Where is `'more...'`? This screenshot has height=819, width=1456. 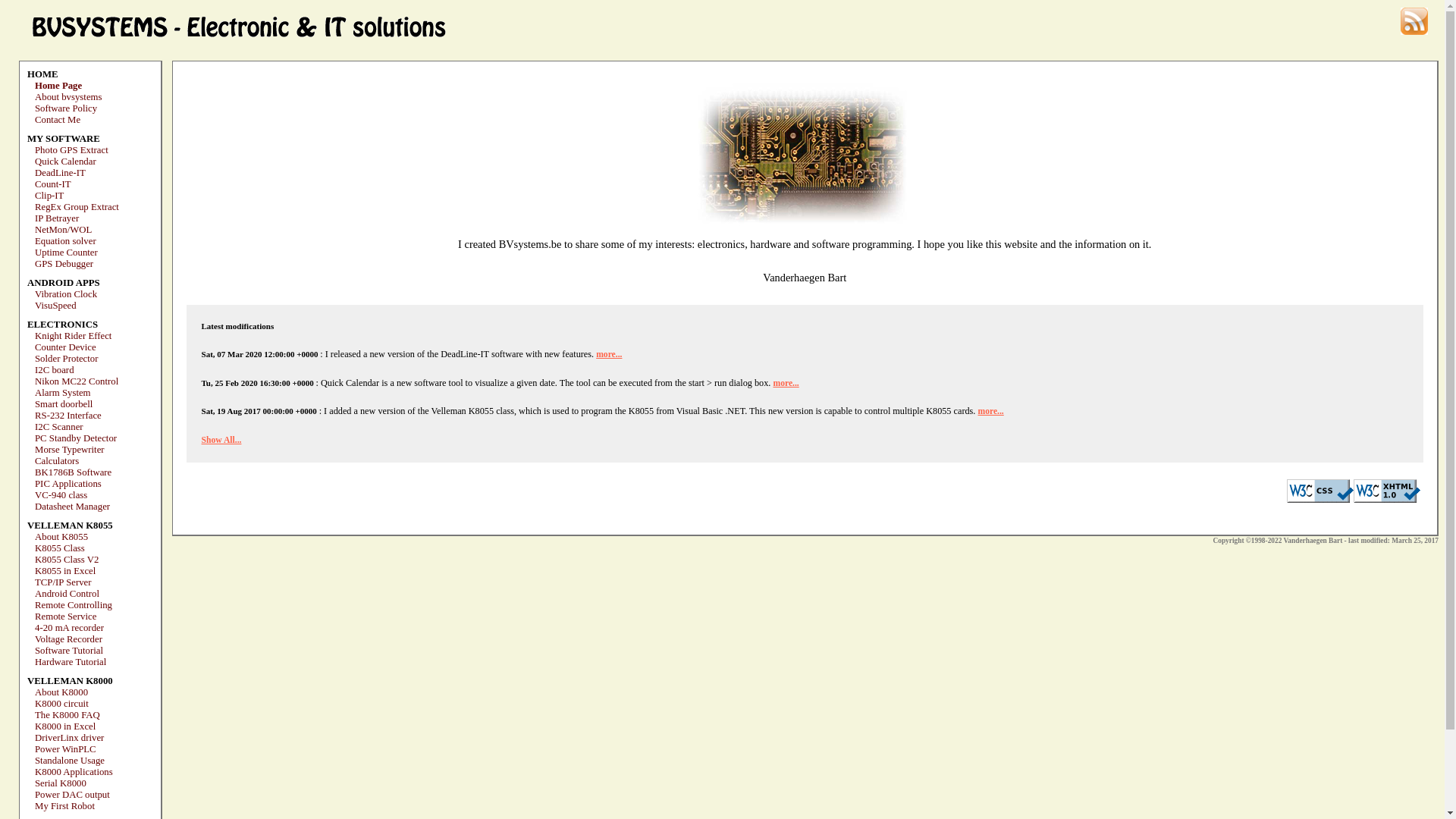
'more...' is located at coordinates (608, 354).